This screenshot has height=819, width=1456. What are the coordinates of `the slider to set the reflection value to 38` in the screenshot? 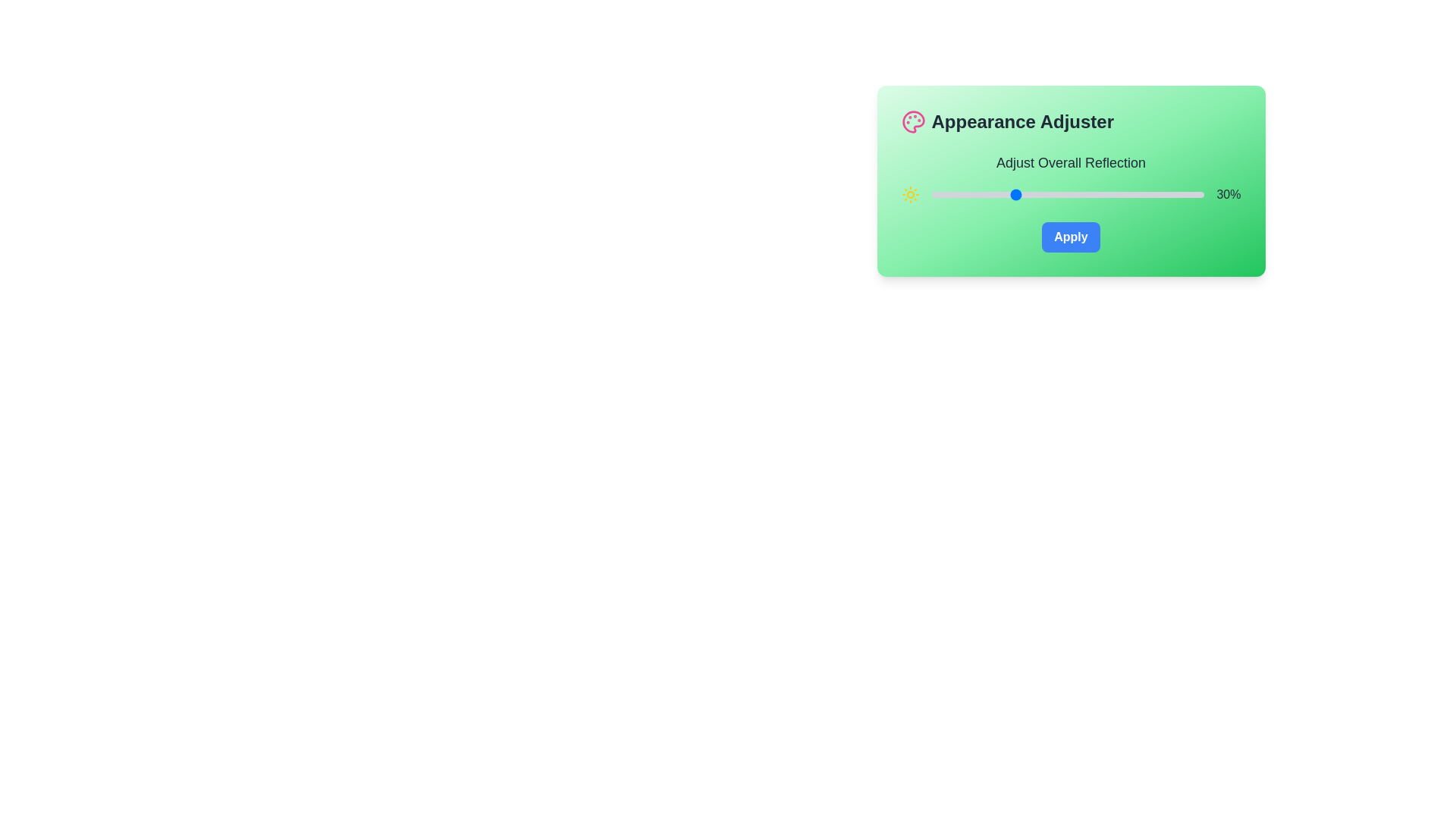 It's located at (1034, 194).